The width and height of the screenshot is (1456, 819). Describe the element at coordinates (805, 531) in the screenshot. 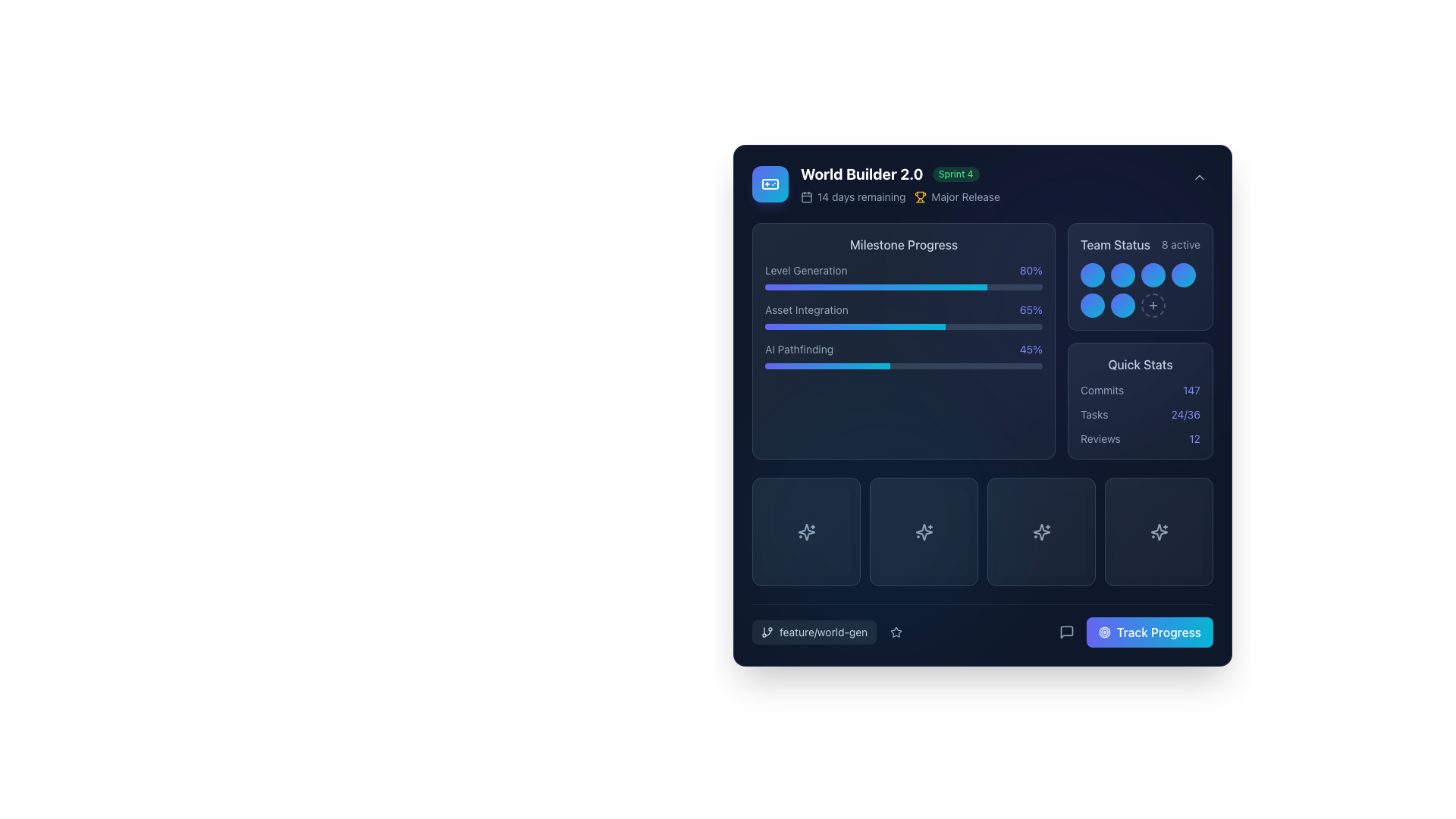

I see `the sparkles icon with a central star and dots radiating outward, styled in grayish-slate with indigo highlights on hover, located centrally in the third pane from the left under the 'Milestone Progress' section` at that location.